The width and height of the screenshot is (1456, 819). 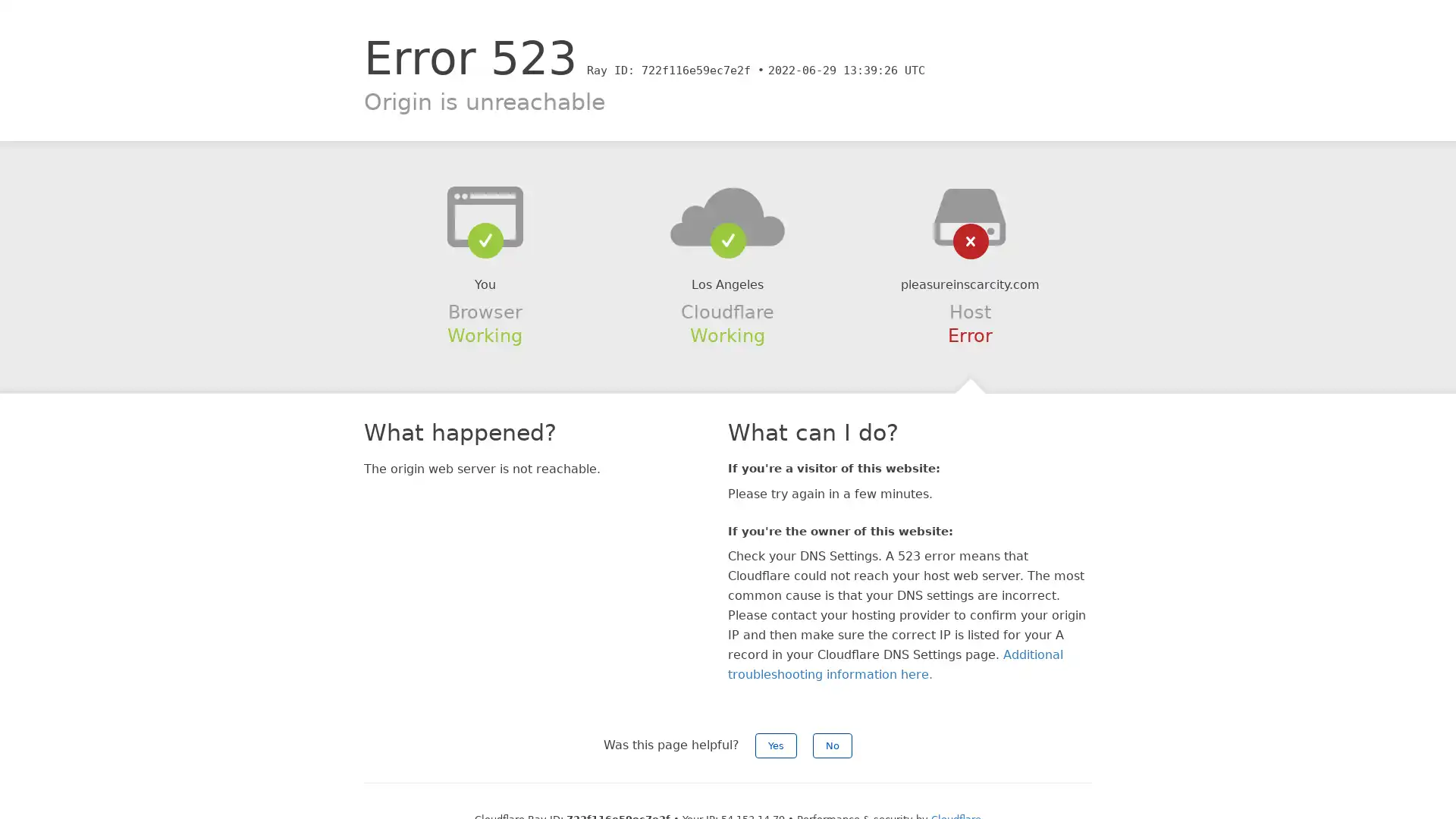 What do you see at coordinates (776, 745) in the screenshot?
I see `Yes` at bounding box center [776, 745].